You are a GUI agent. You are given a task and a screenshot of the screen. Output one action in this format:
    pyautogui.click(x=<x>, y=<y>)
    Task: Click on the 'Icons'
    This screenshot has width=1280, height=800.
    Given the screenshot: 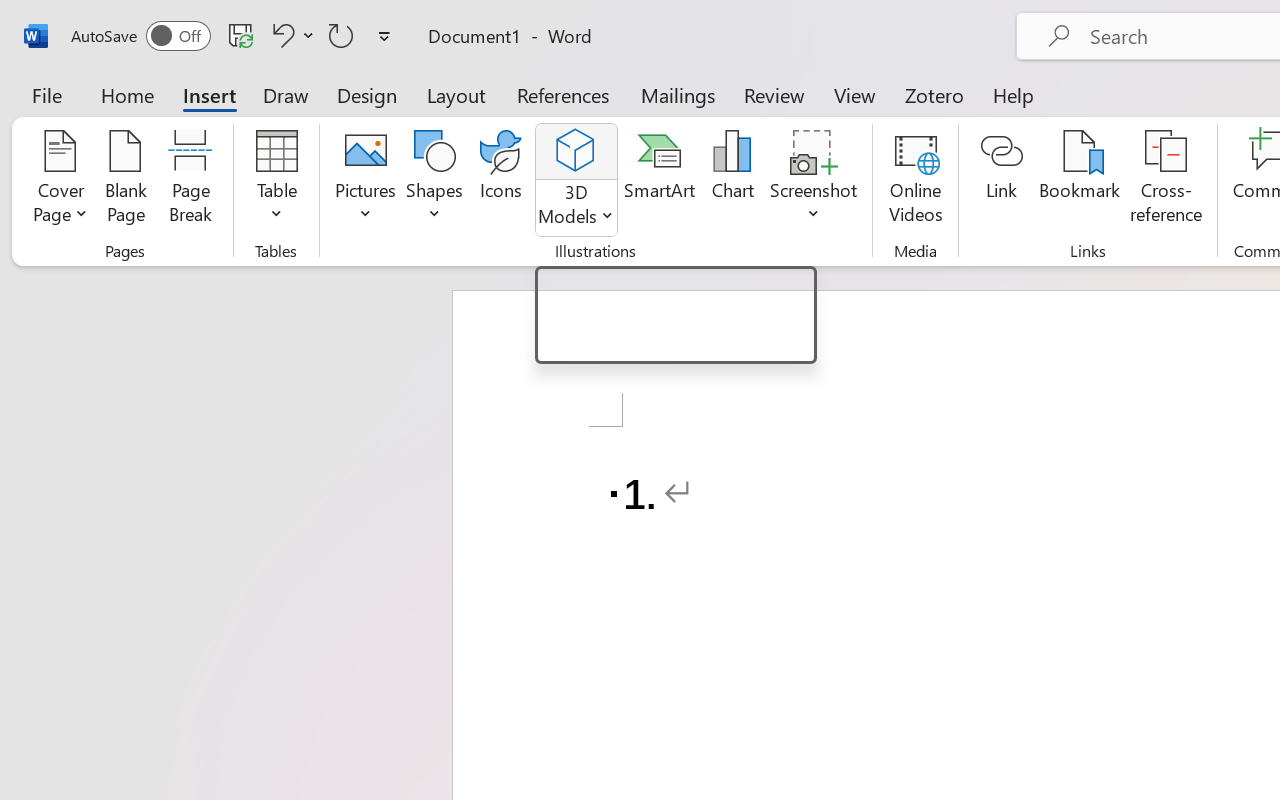 What is the action you would take?
    pyautogui.click(x=501, y=179)
    